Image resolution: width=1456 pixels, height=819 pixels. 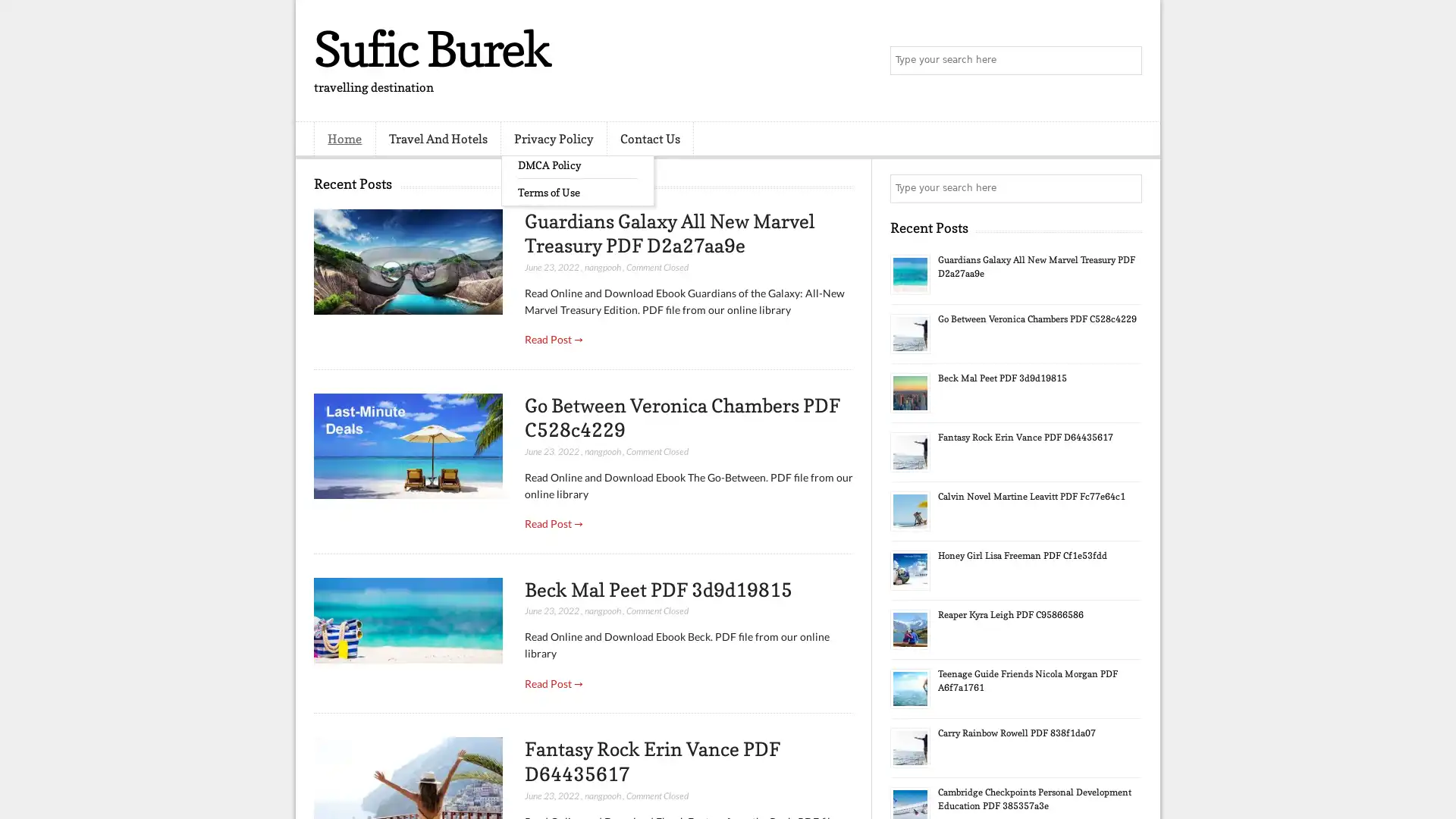 What do you see at coordinates (1126, 61) in the screenshot?
I see `Search` at bounding box center [1126, 61].